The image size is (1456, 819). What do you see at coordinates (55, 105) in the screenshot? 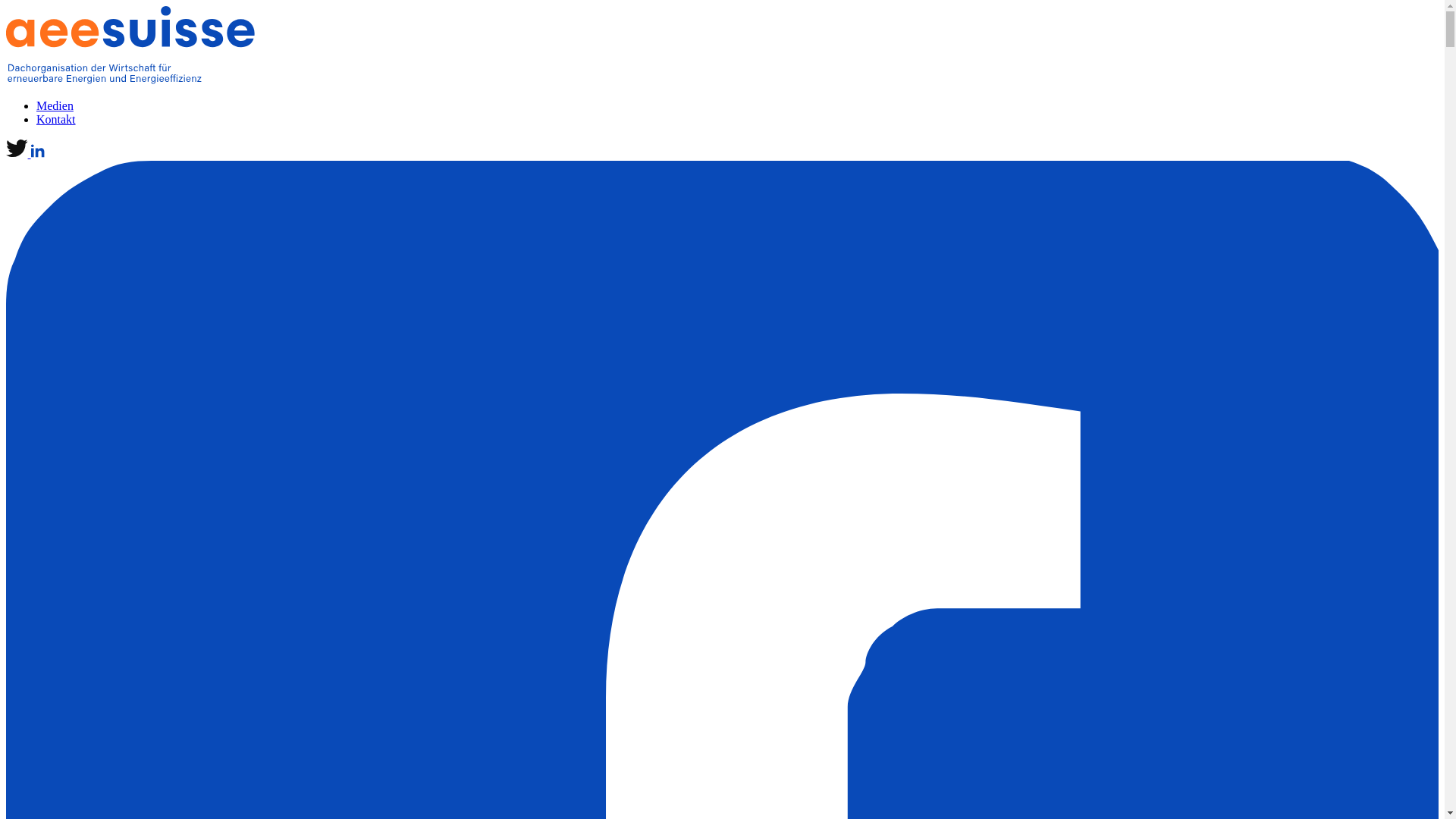
I see `'Medien'` at bounding box center [55, 105].